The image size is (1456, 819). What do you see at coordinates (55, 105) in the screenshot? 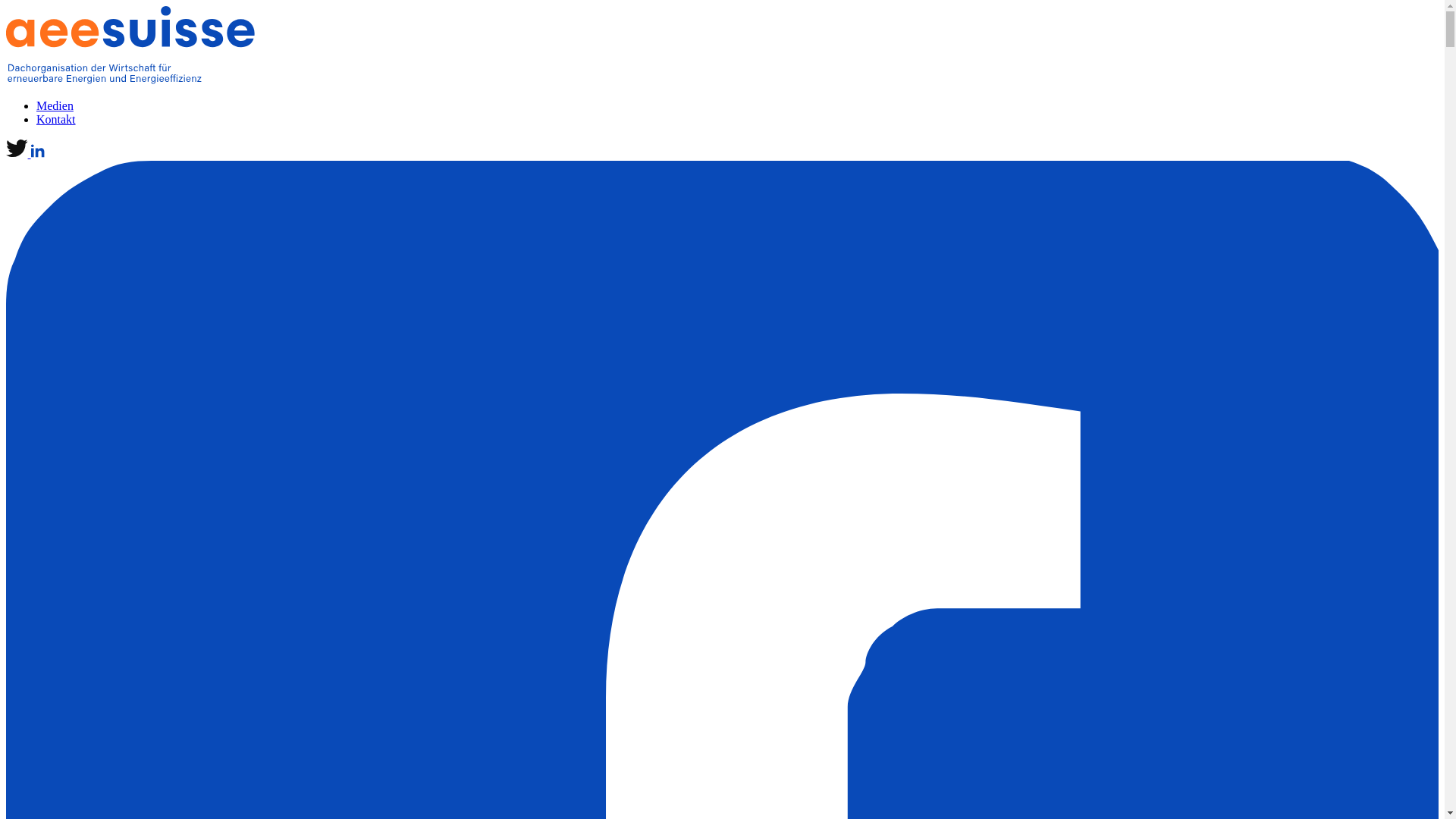
I see `'Medien'` at bounding box center [55, 105].